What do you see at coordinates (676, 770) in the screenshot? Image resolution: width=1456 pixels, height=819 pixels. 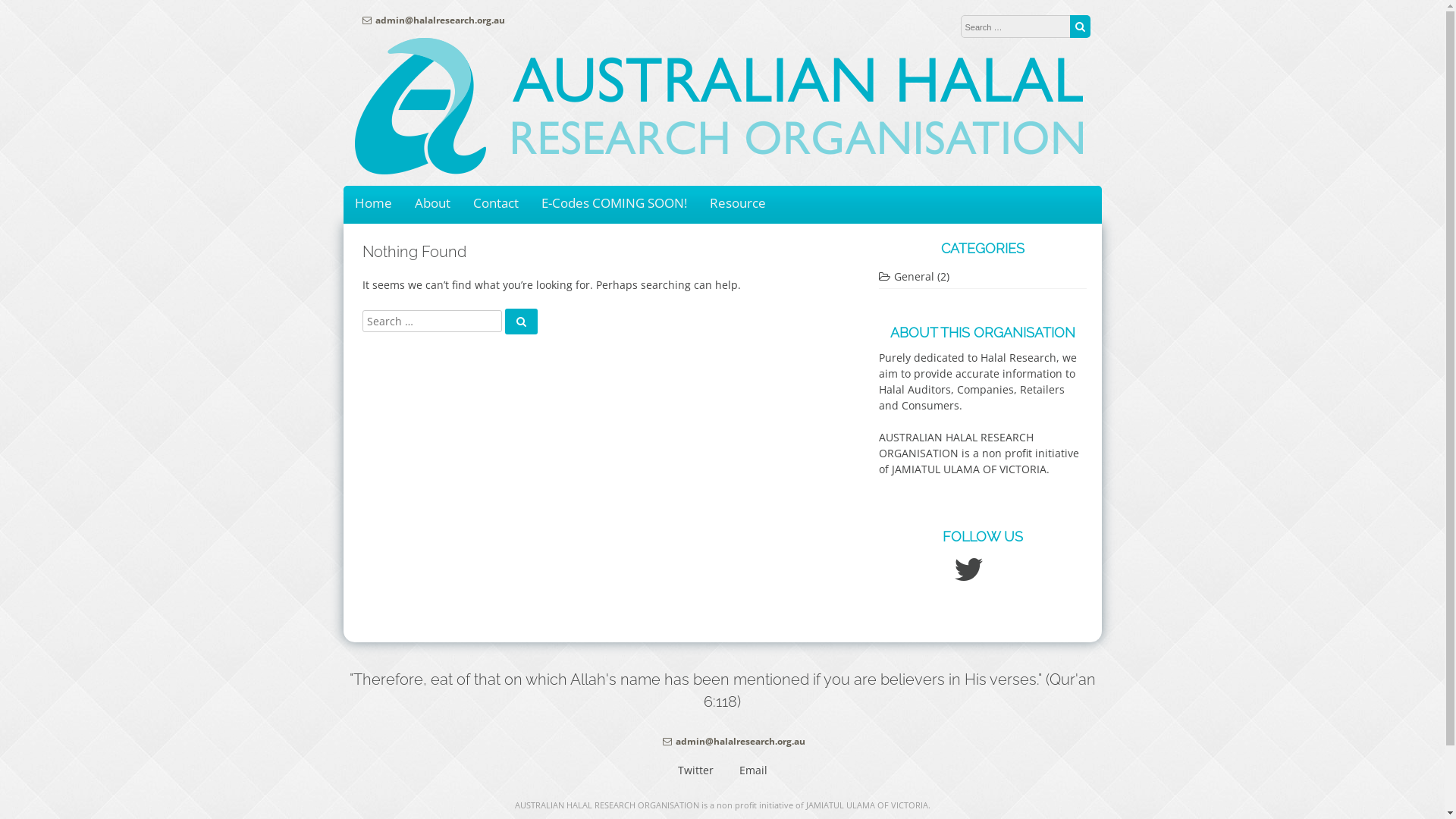 I see `'Twitter'` at bounding box center [676, 770].